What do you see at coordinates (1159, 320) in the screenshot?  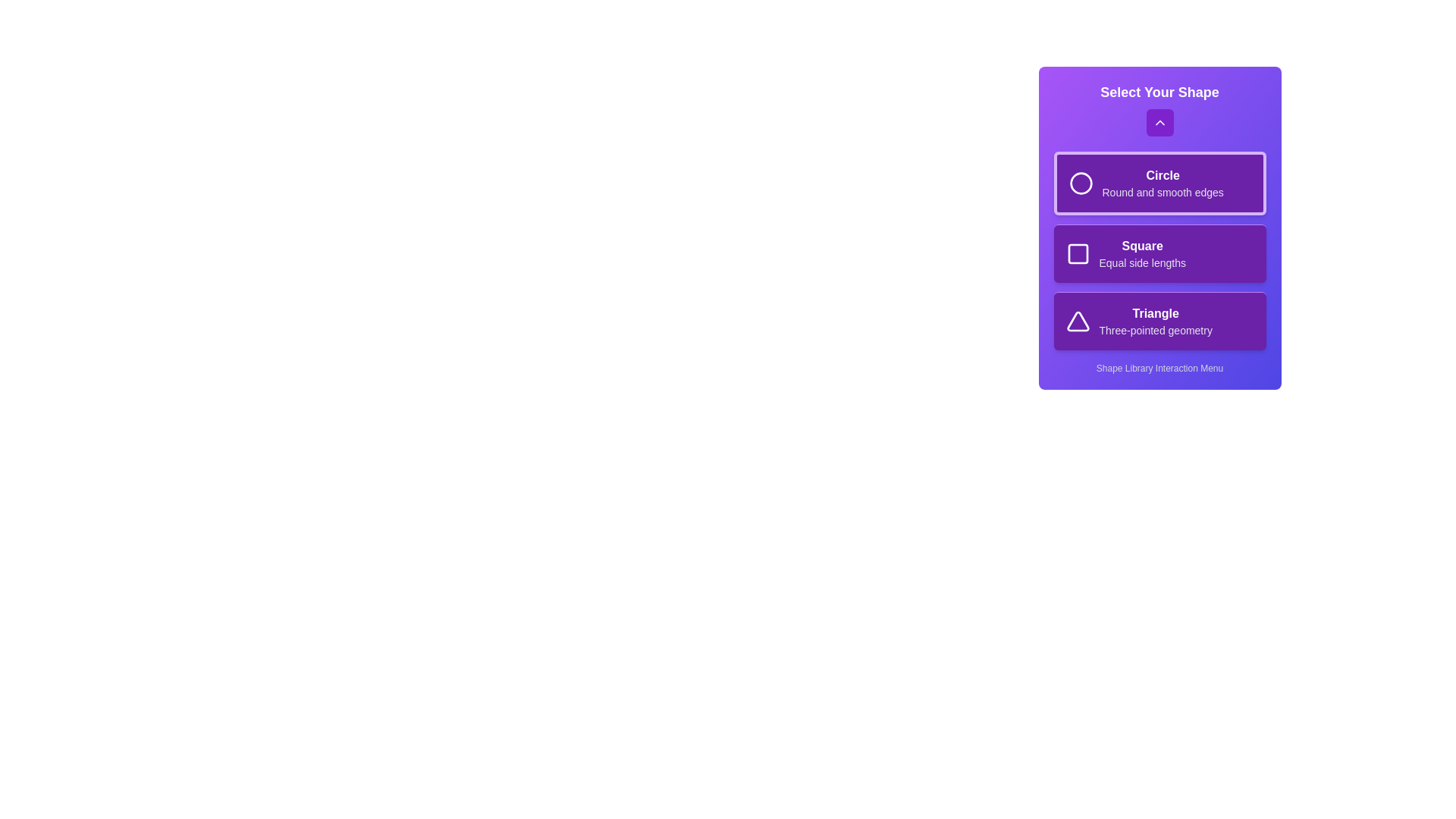 I see `the shape Triangle by clicking on its corresponding button` at bounding box center [1159, 320].